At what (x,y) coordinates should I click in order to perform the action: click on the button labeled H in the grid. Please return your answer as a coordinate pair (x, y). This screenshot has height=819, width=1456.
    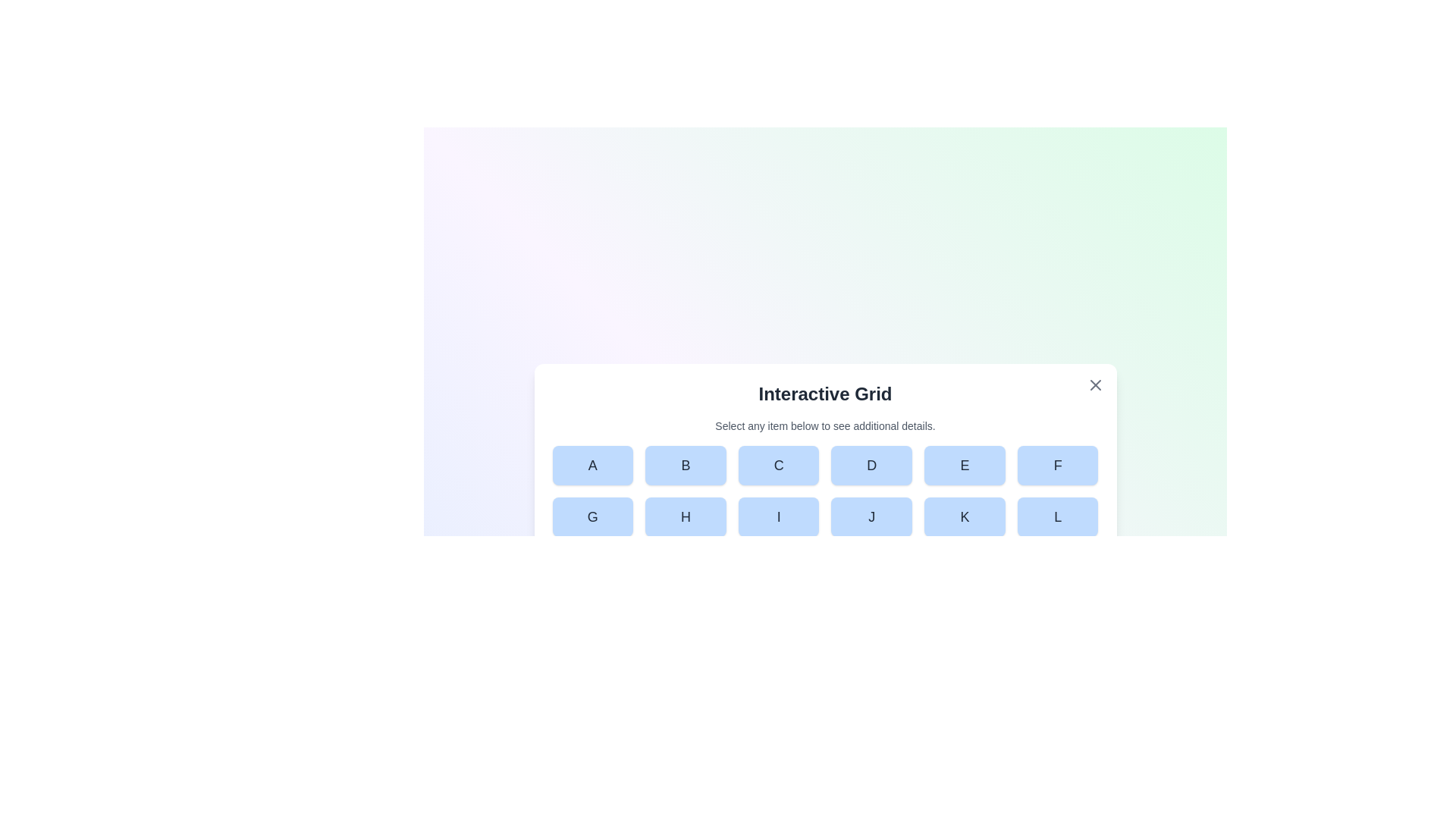
    Looking at the image, I should click on (685, 516).